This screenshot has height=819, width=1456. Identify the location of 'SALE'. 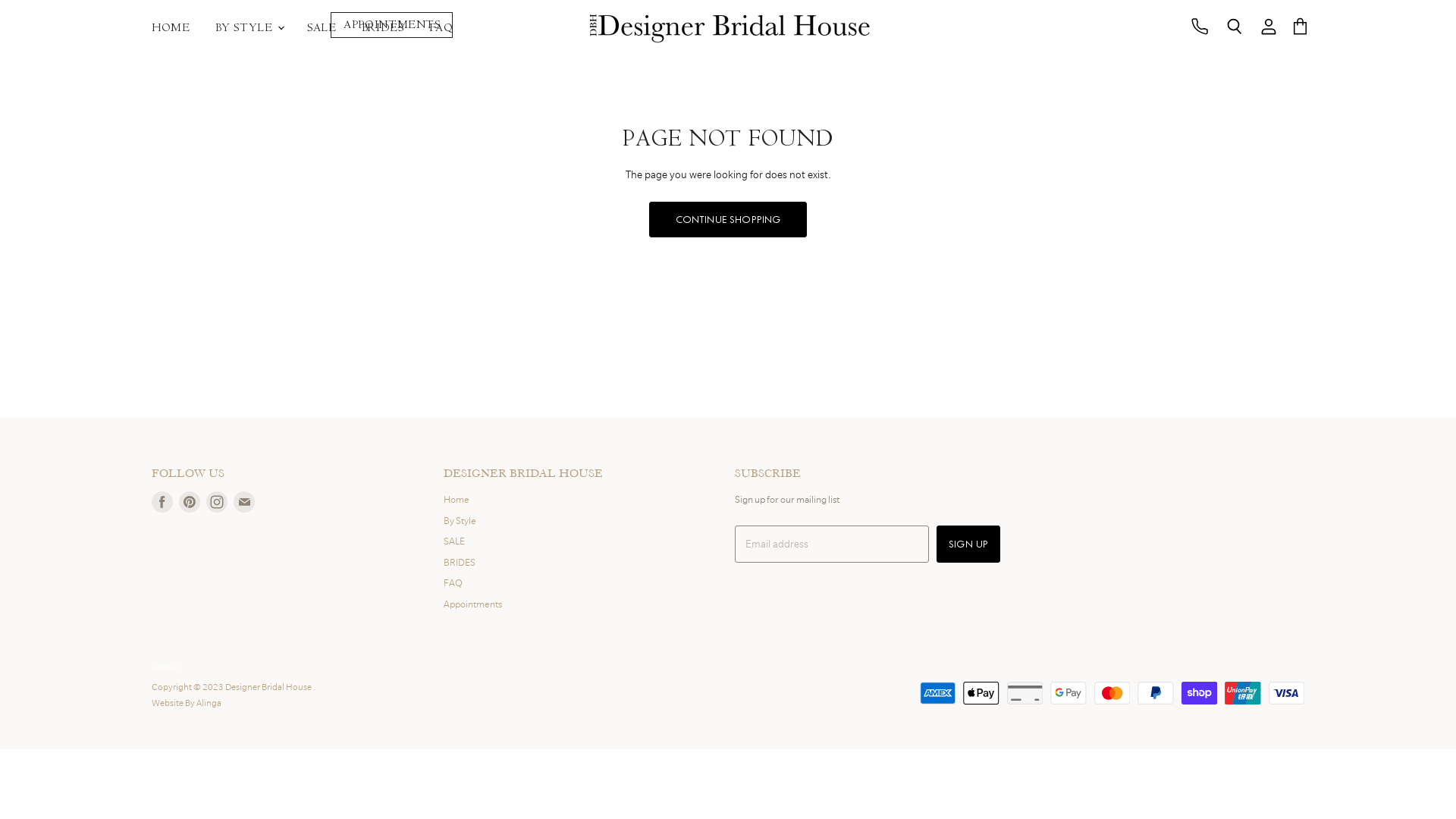
(321, 27).